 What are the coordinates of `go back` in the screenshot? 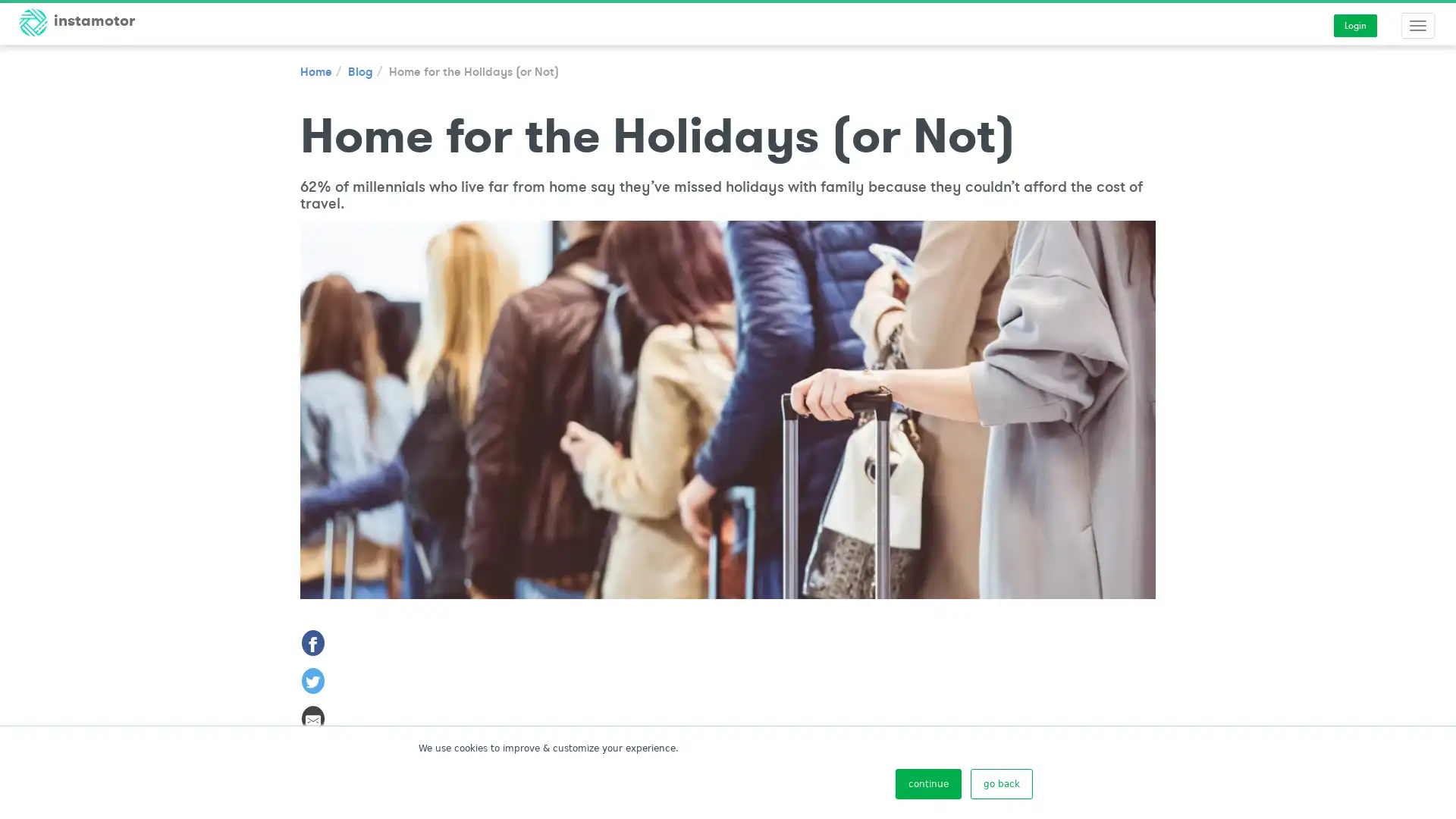 It's located at (1001, 783).